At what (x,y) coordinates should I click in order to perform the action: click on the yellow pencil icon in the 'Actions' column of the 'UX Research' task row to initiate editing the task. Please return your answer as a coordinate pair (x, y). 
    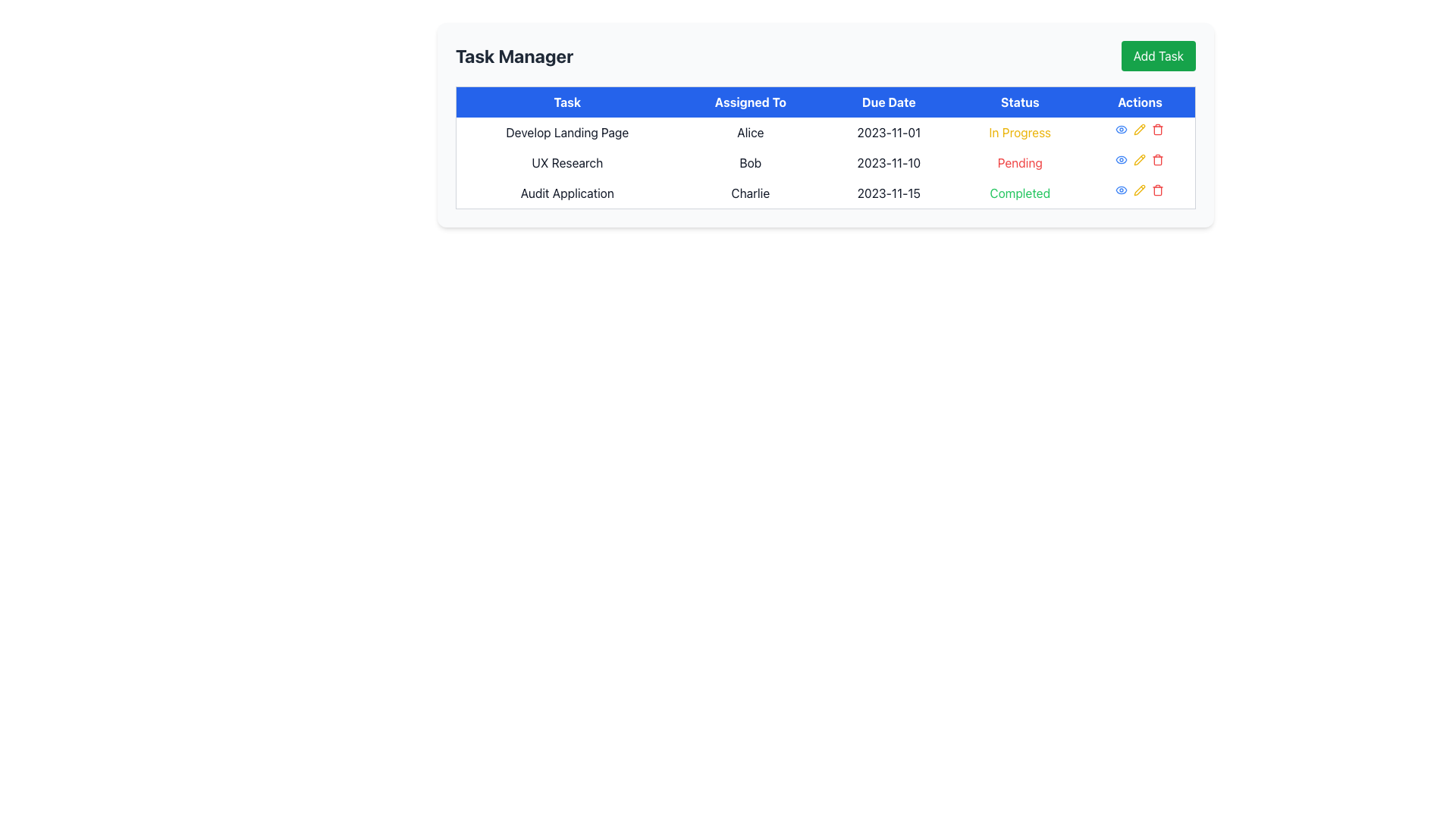
    Looking at the image, I should click on (1140, 160).